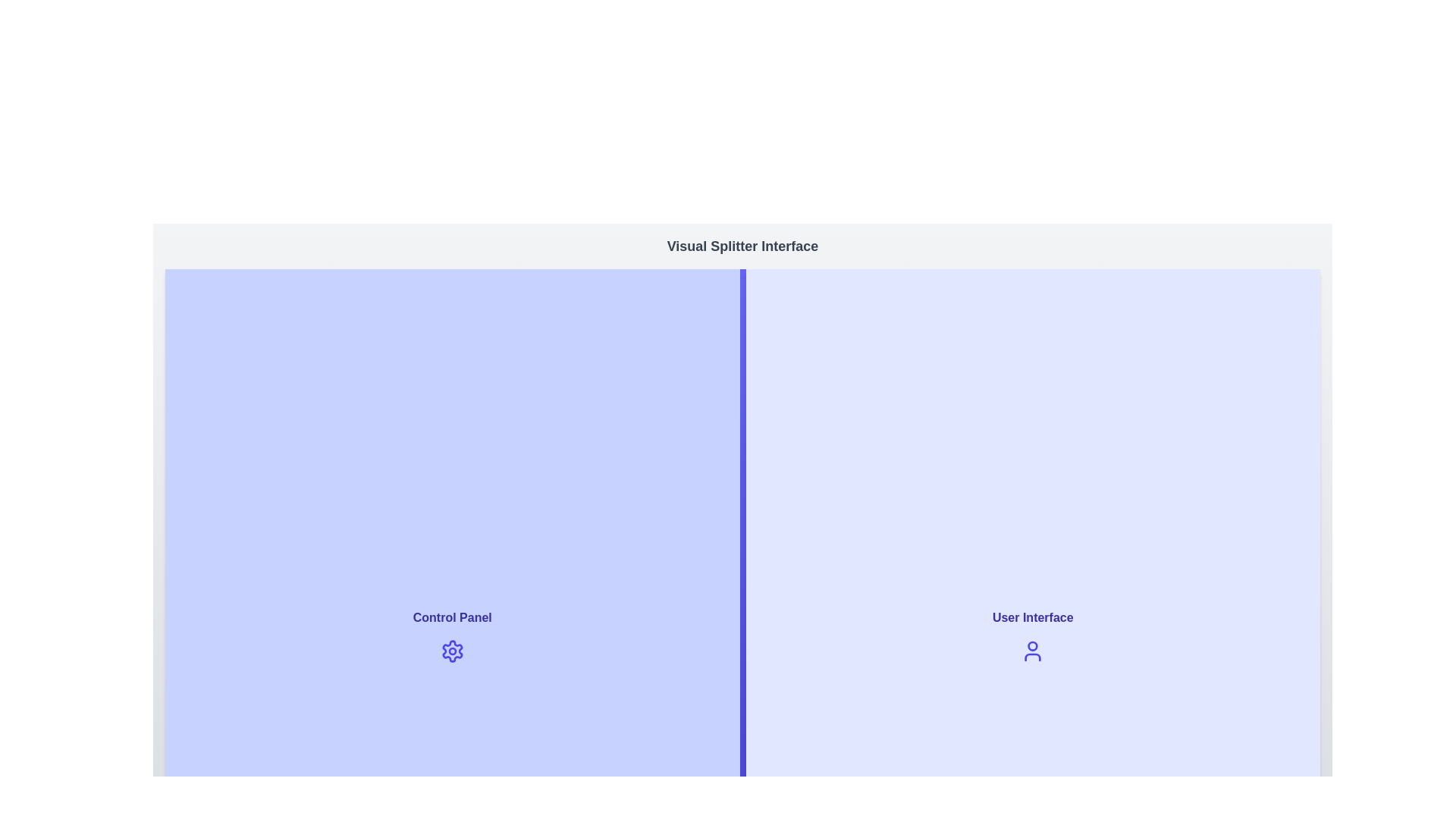  Describe the element at coordinates (742, 245) in the screenshot. I see `the bold text label reading 'Visual Splitter Interface', which is centered at the top of the interface` at that location.